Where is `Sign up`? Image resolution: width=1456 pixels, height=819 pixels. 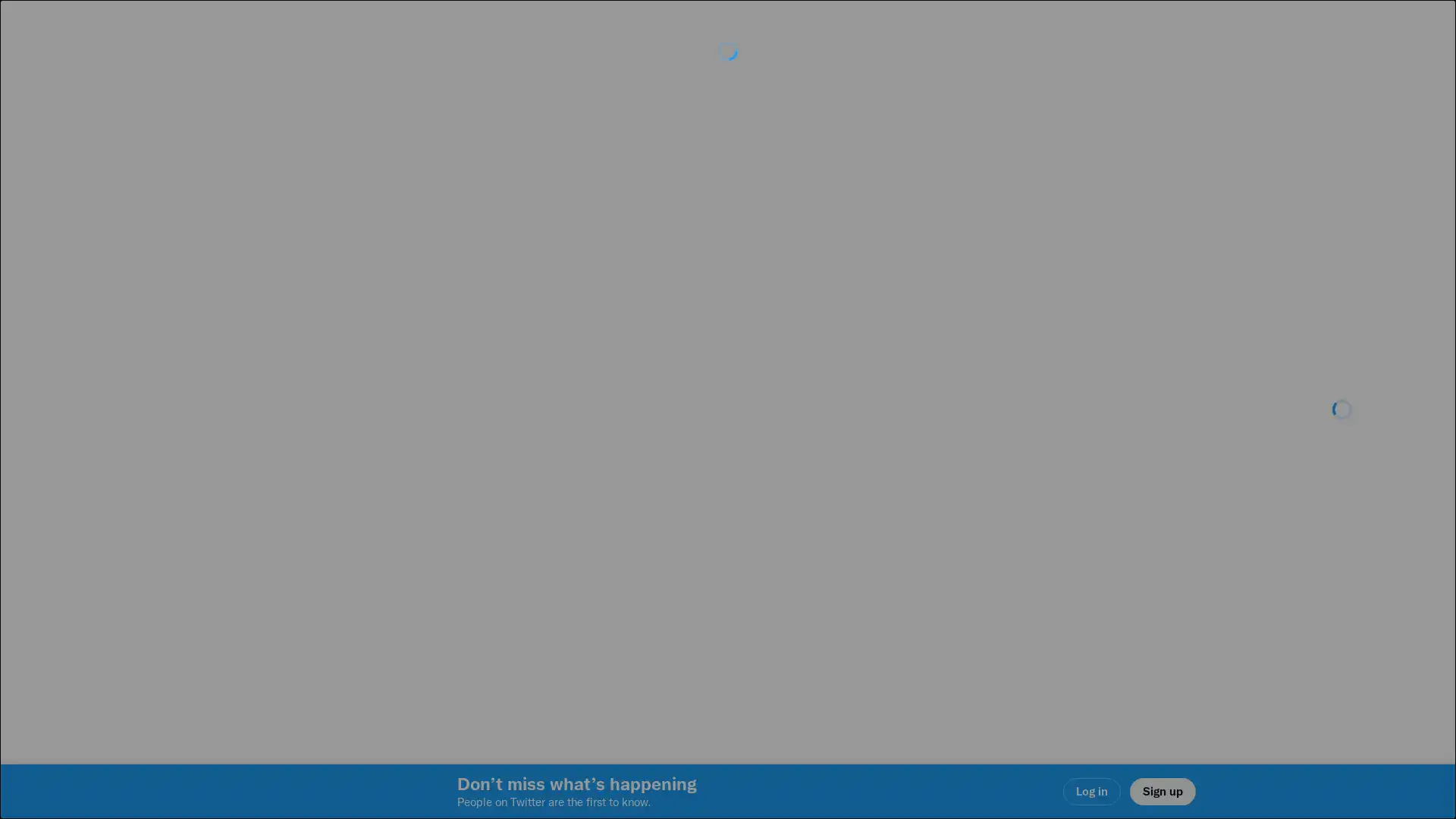 Sign up is located at coordinates (548, 516).